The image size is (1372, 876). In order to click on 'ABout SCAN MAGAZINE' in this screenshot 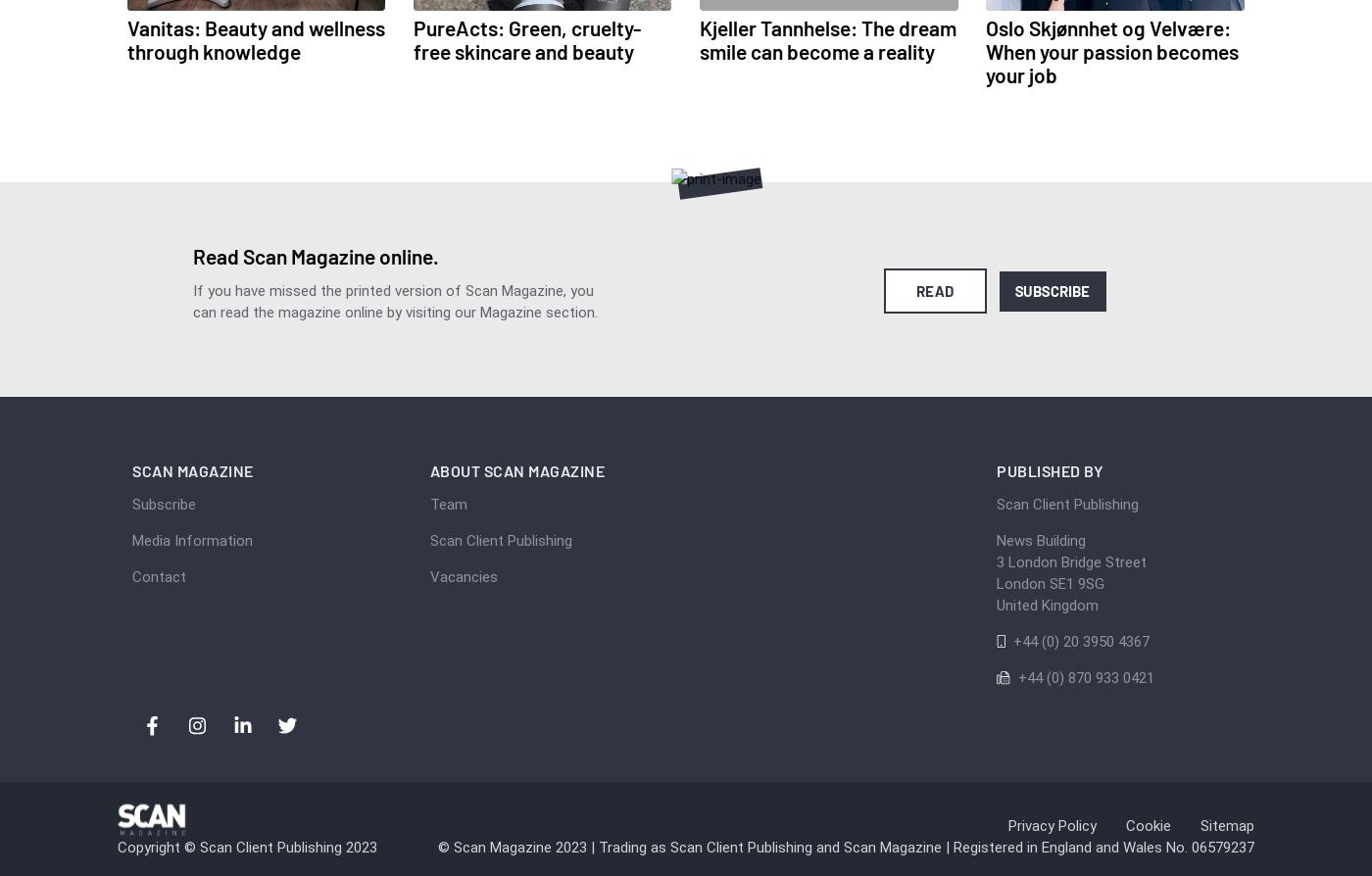, I will do `click(516, 470)`.